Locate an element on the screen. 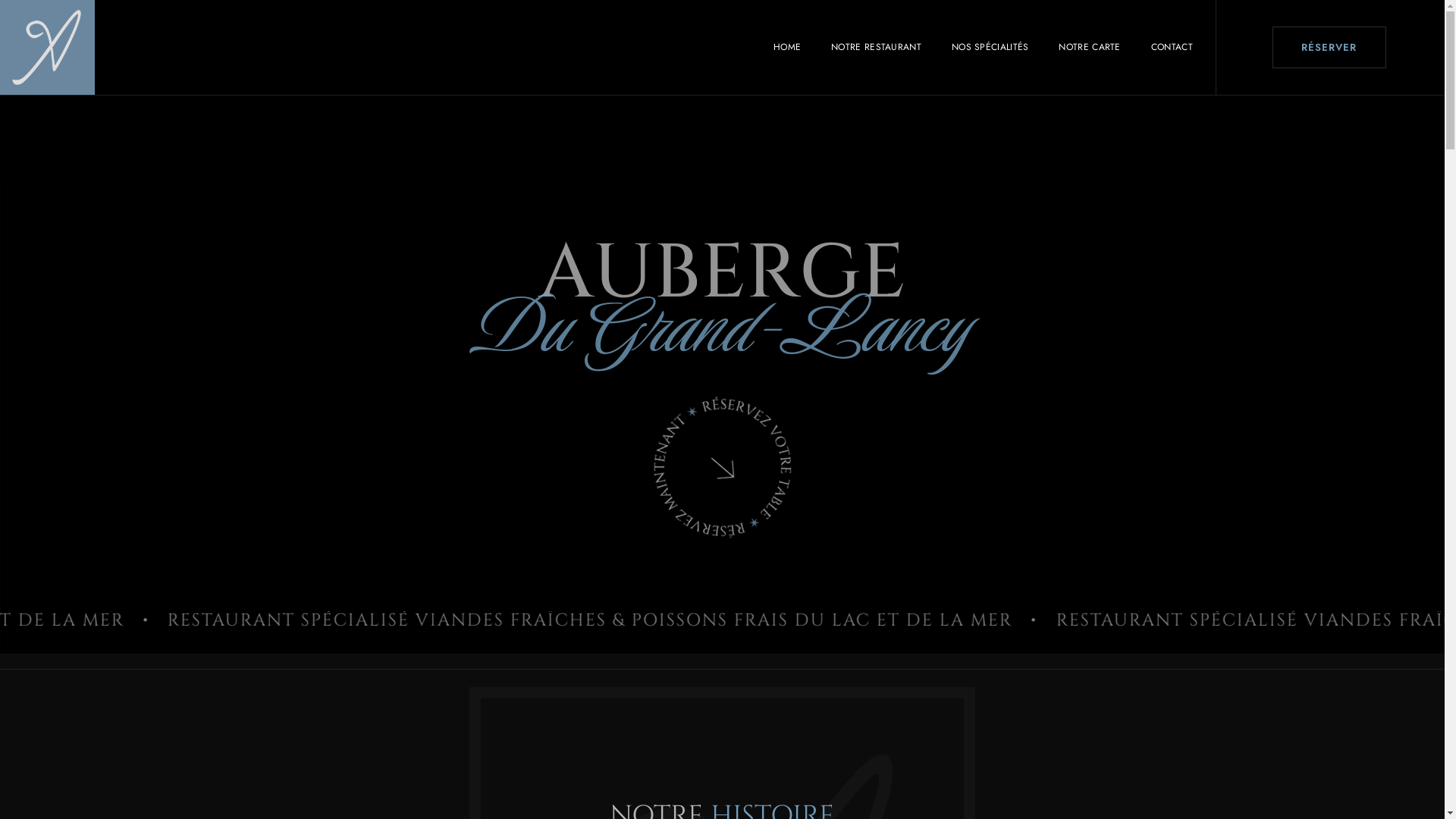 The height and width of the screenshot is (819, 1456). 'NOTRE CARTE' is located at coordinates (1043, 45).